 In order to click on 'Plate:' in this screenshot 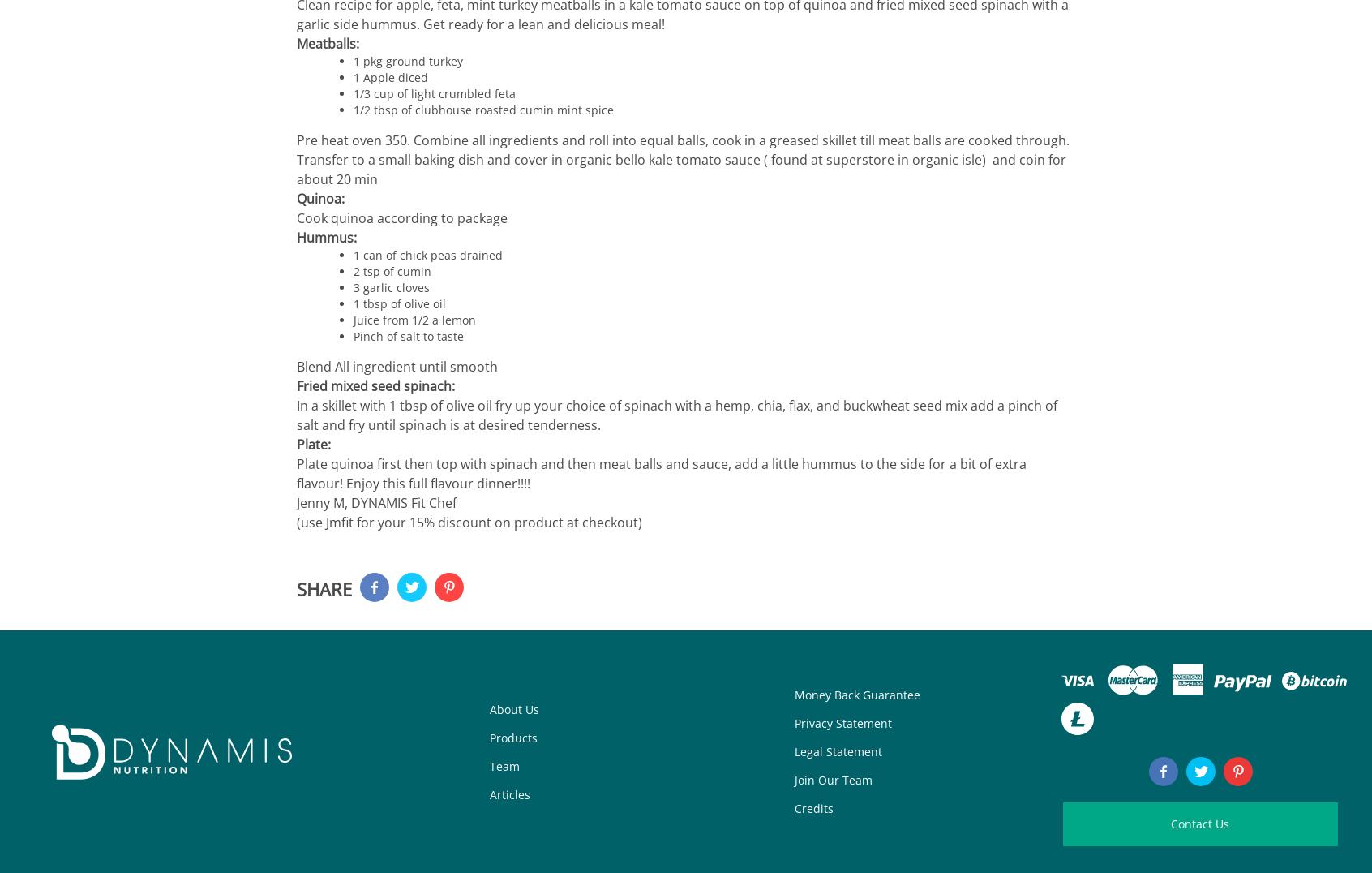, I will do `click(313, 444)`.